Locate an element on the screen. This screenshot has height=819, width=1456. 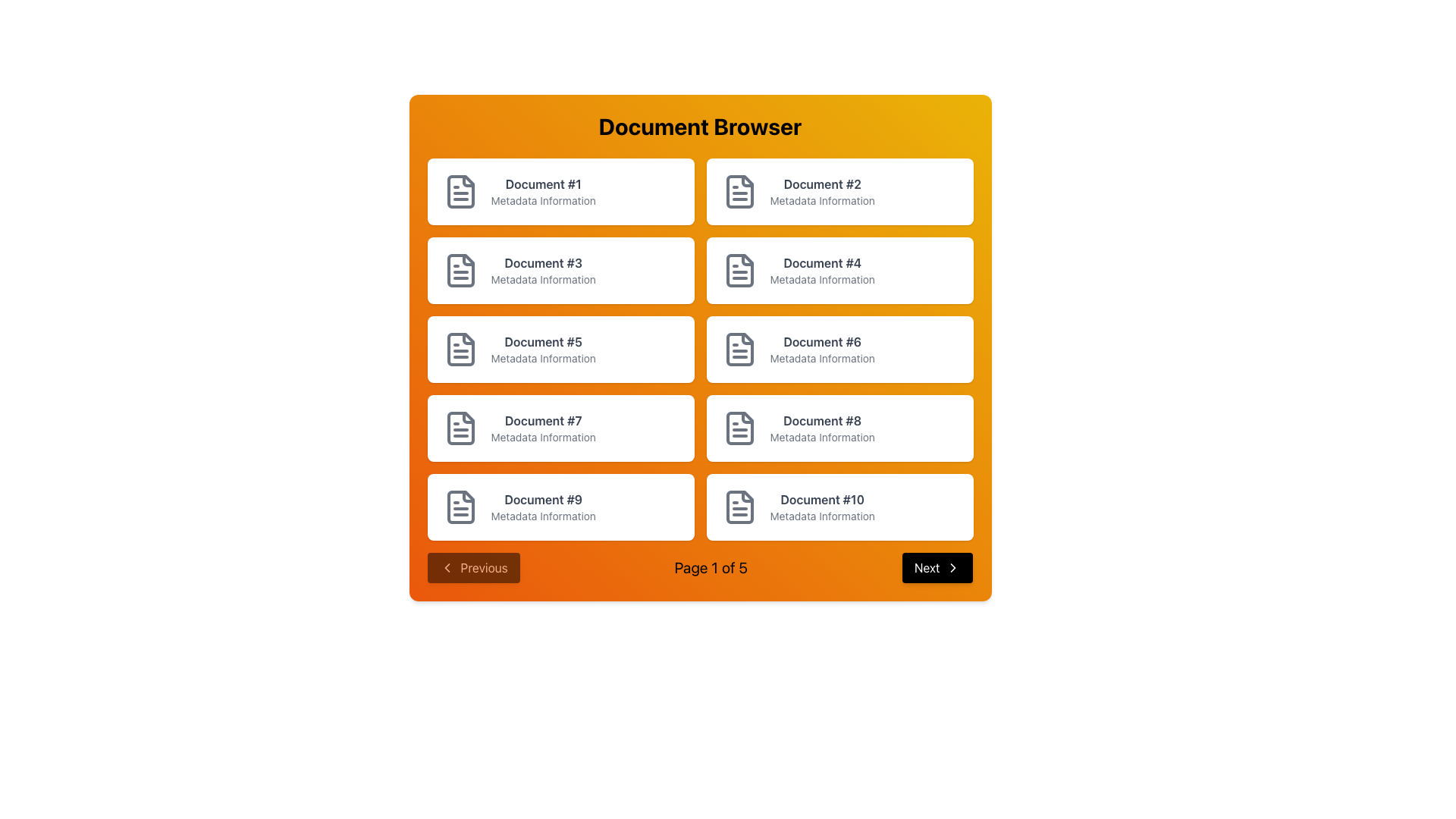
the Text Label providing metadata for 'Document #4' located in the second column of the second row in the 'Document Browser' interface is located at coordinates (821, 280).